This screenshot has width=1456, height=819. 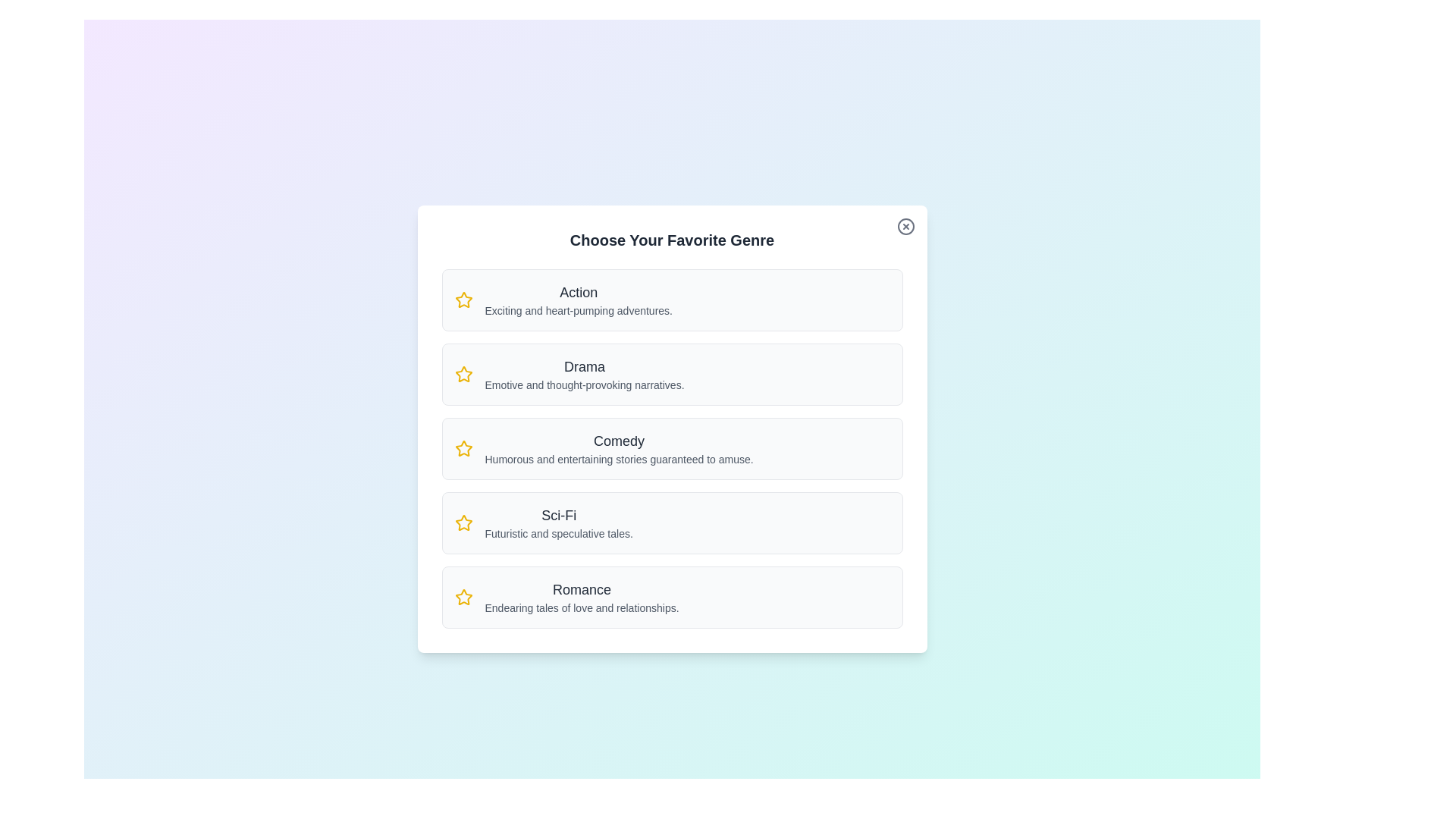 I want to click on the genre description for Action, so click(x=578, y=300).